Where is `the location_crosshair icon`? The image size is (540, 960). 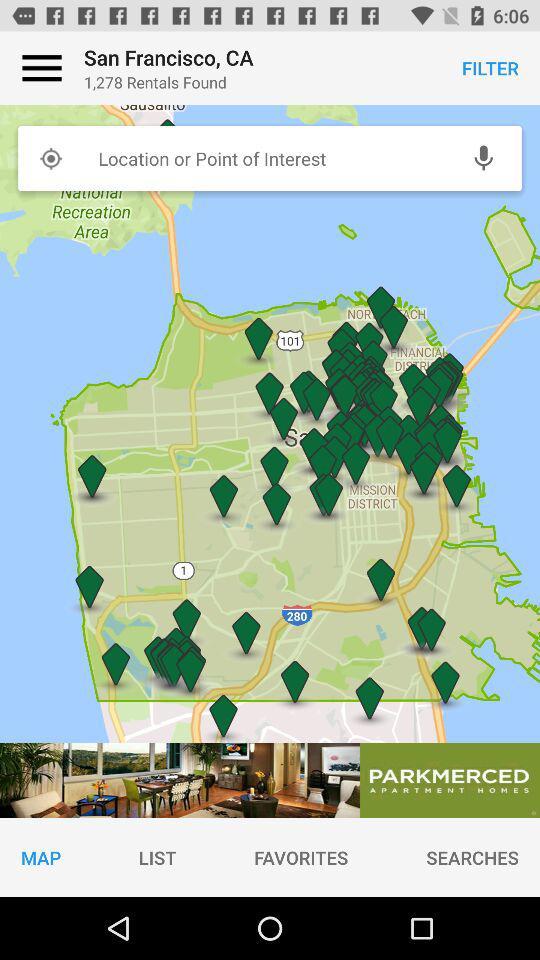
the location_crosshair icon is located at coordinates (50, 157).